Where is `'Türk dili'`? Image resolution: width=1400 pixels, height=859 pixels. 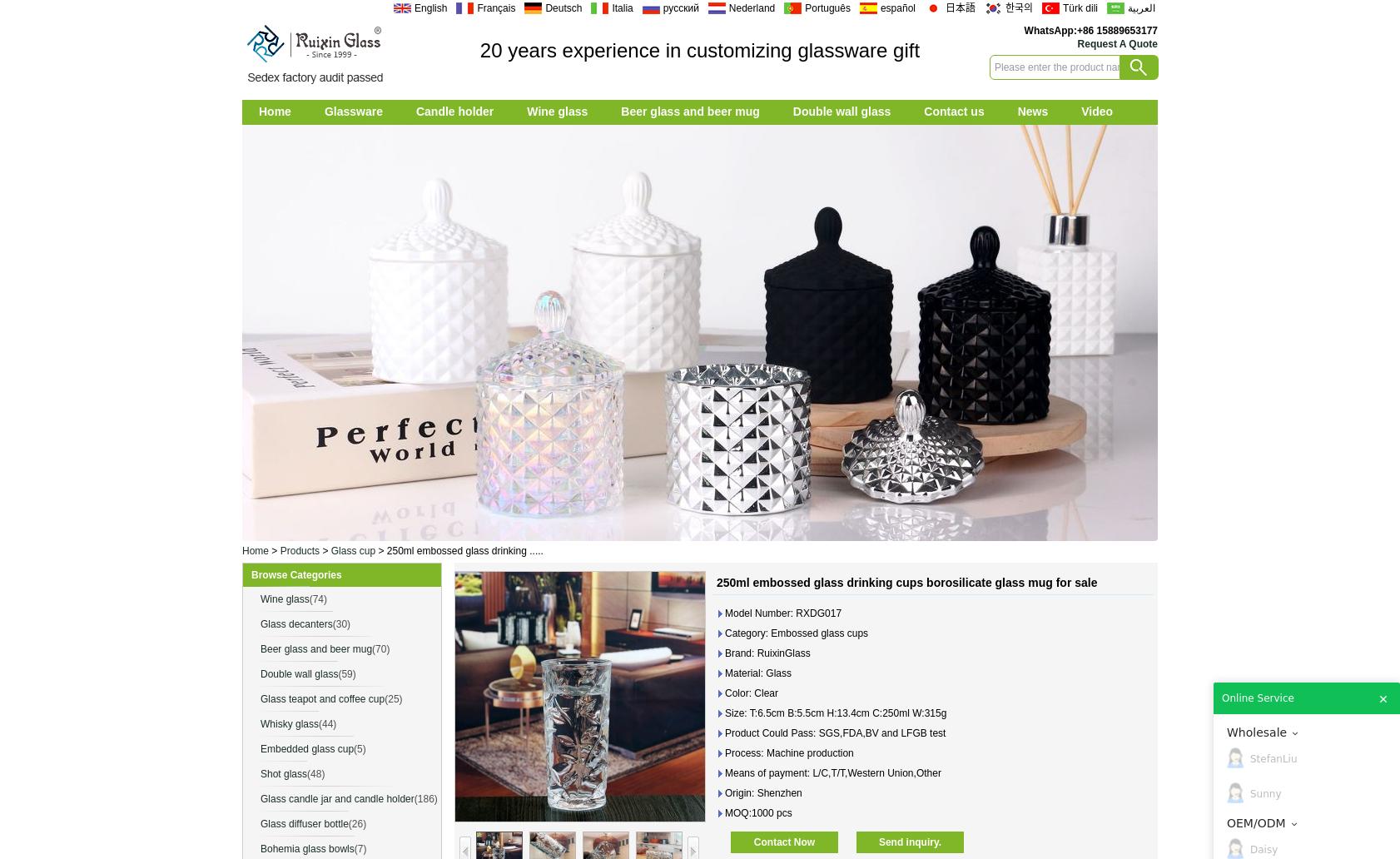
'Türk dili' is located at coordinates (1061, 8).